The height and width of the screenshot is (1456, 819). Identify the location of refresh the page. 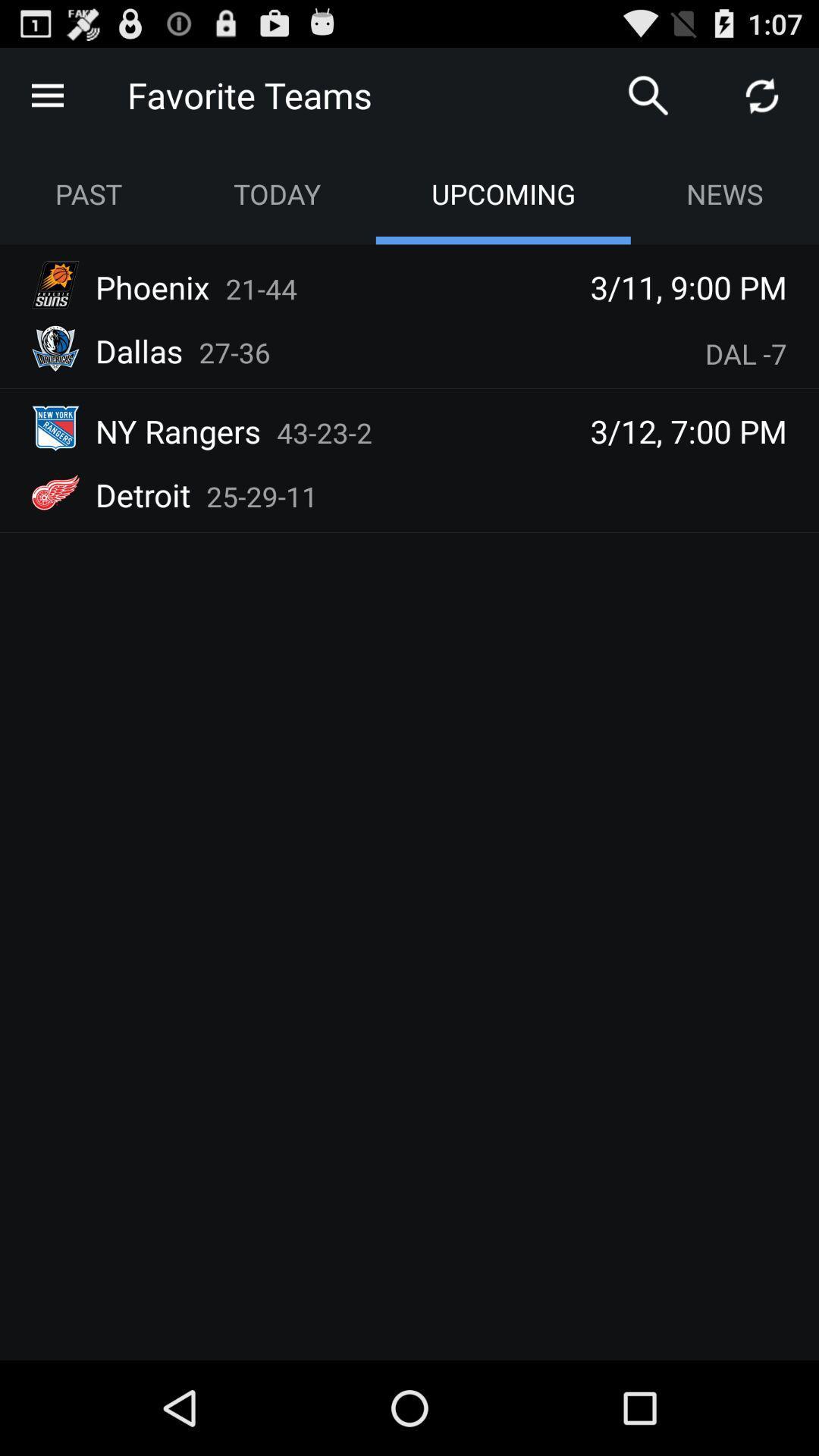
(762, 94).